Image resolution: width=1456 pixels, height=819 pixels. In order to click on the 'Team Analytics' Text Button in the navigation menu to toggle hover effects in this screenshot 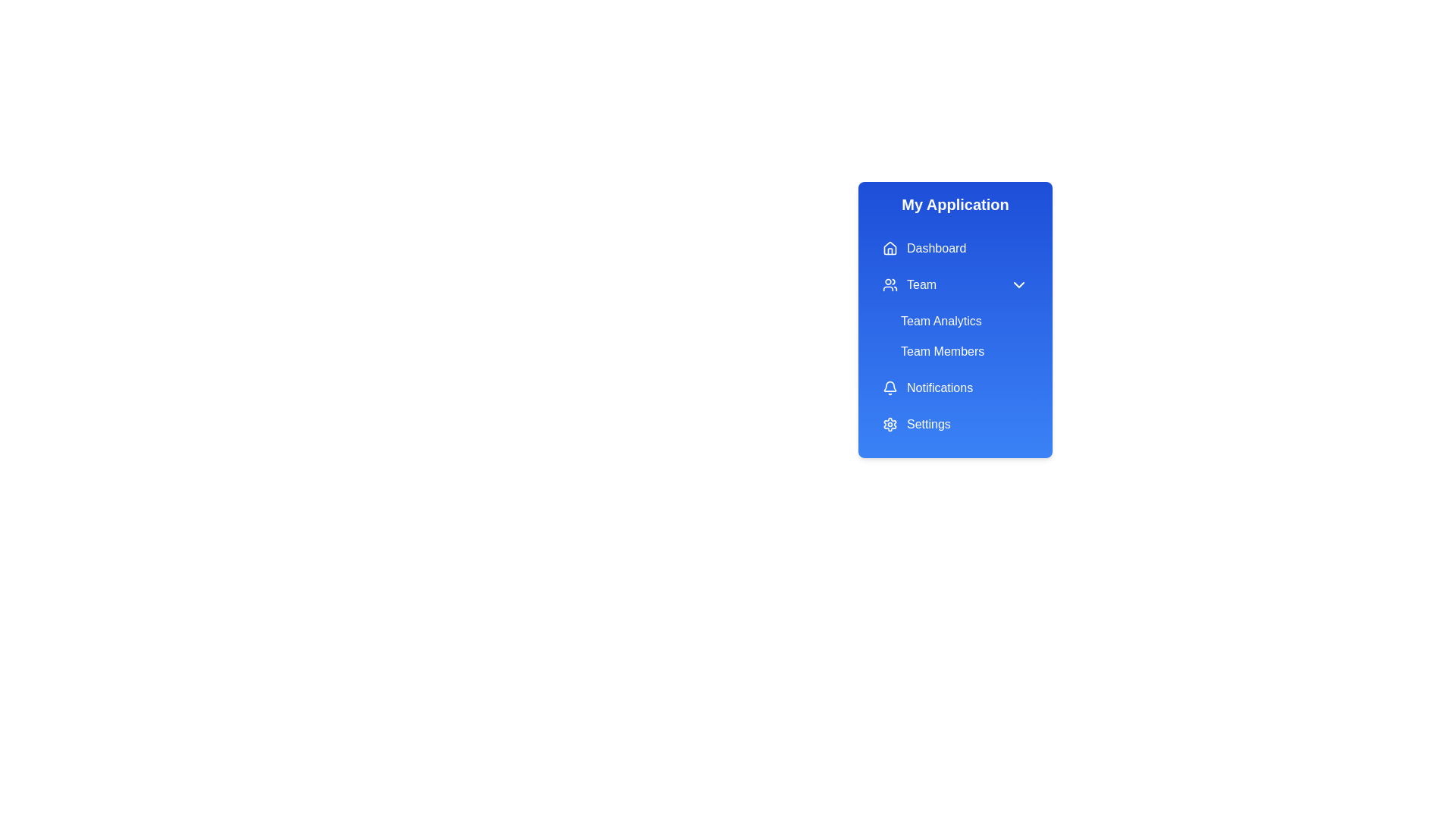, I will do `click(964, 321)`.